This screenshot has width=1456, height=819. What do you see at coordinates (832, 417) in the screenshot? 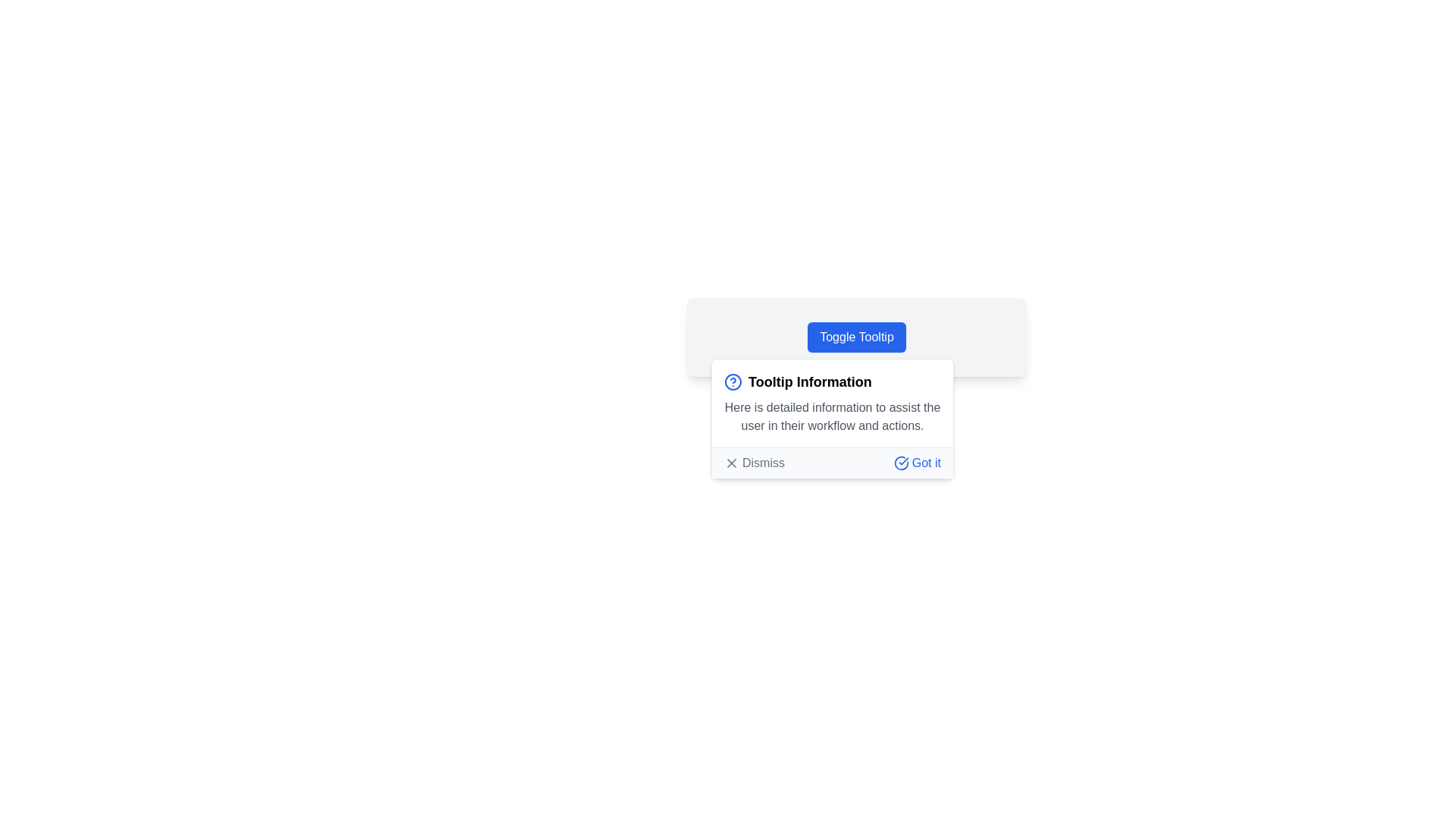
I see `descriptive text block located directly below the 'Tooltip Information' heading in the tooltip UI component` at bounding box center [832, 417].